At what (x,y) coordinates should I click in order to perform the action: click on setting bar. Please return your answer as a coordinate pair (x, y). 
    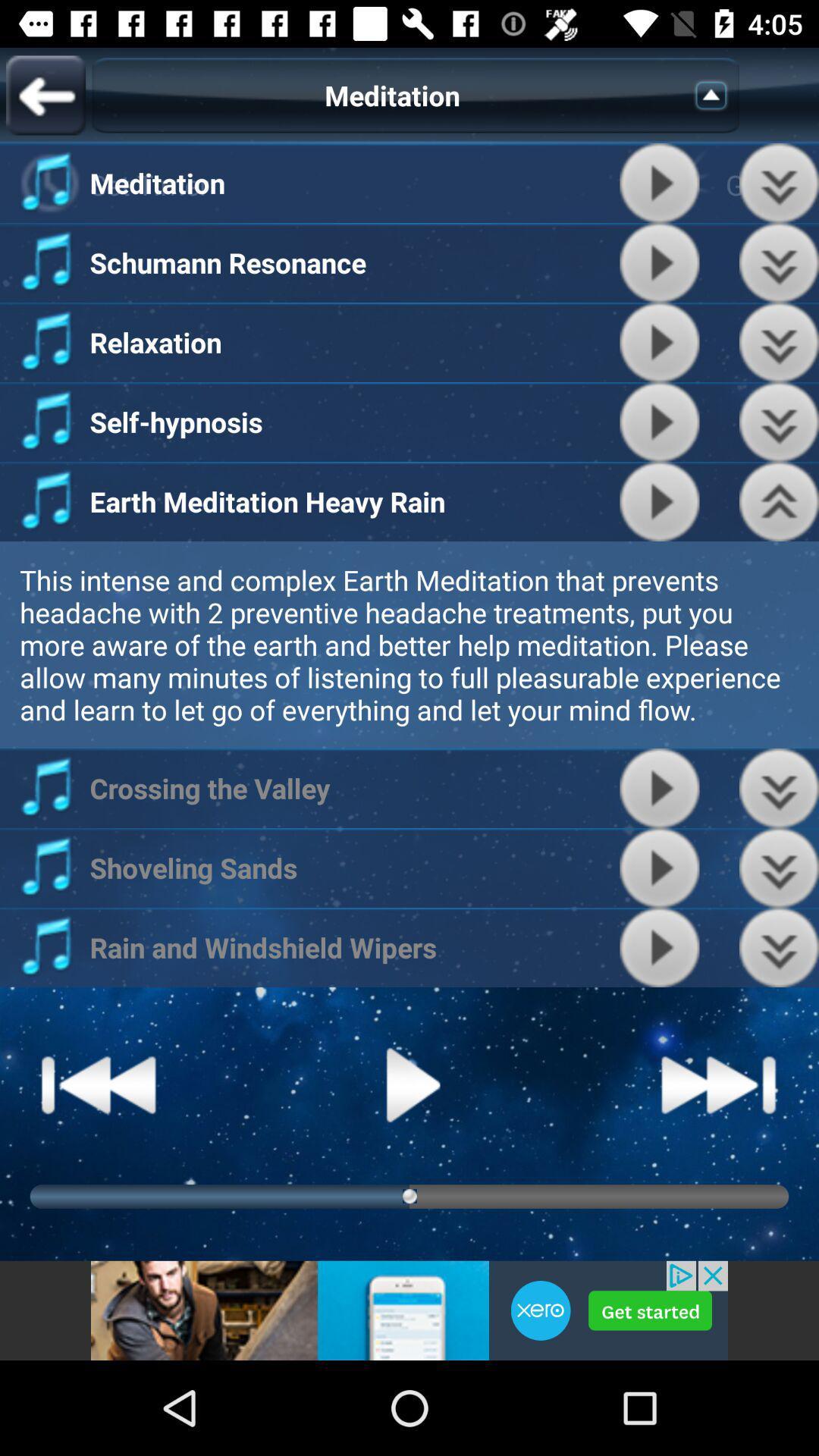
    Looking at the image, I should click on (779, 262).